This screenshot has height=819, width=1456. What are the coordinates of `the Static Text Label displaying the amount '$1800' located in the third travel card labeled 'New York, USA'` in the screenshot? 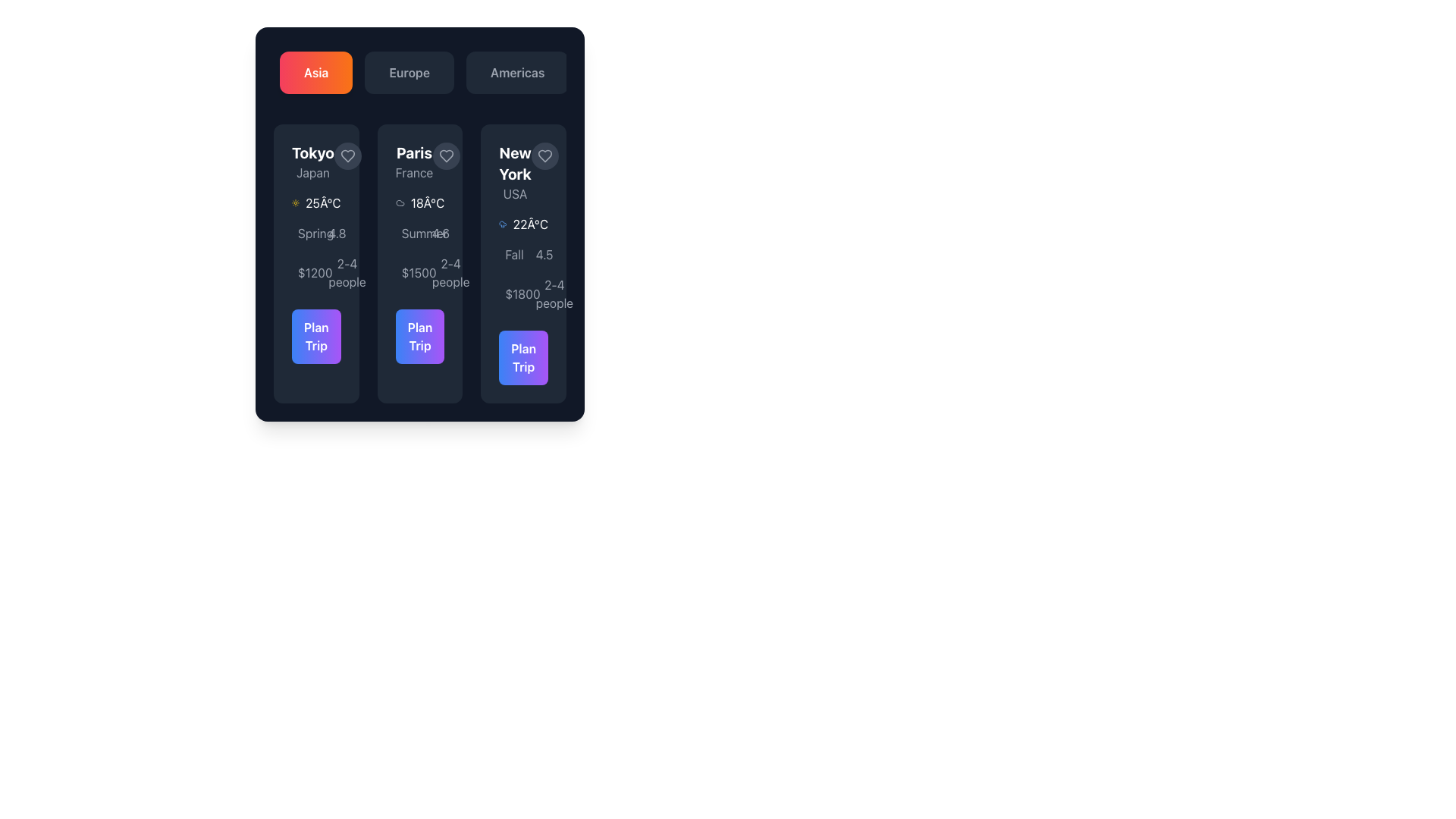 It's located at (522, 294).